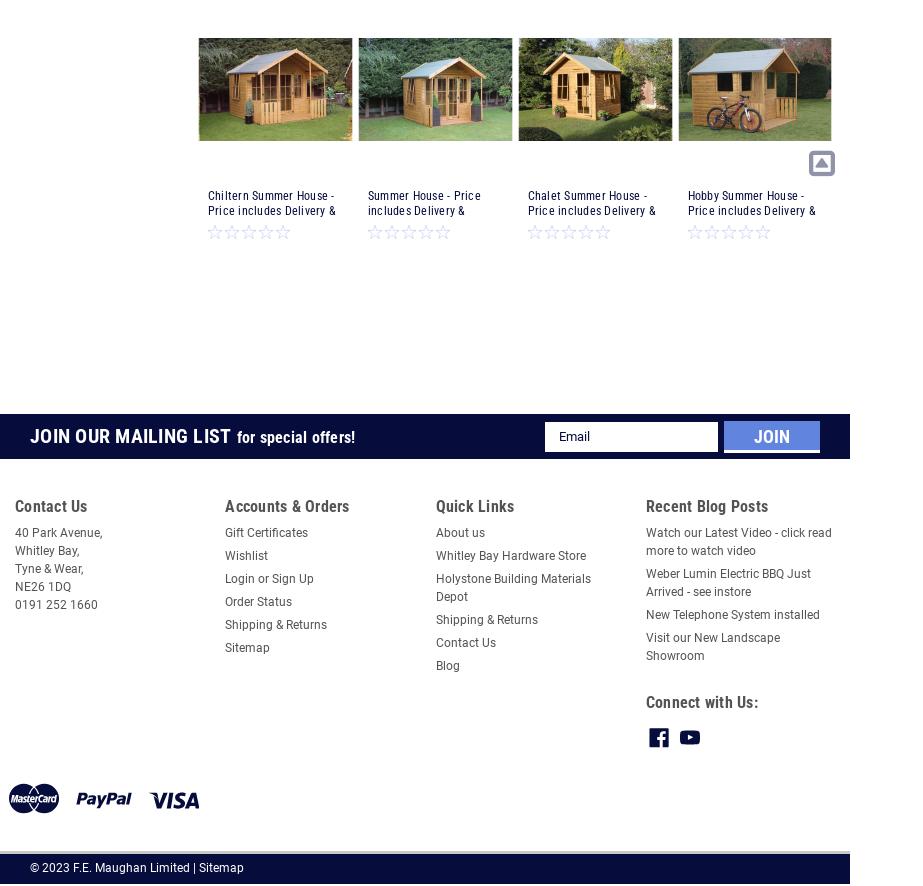 The image size is (923, 886). Describe the element at coordinates (239, 577) in the screenshot. I see `'Login'` at that location.